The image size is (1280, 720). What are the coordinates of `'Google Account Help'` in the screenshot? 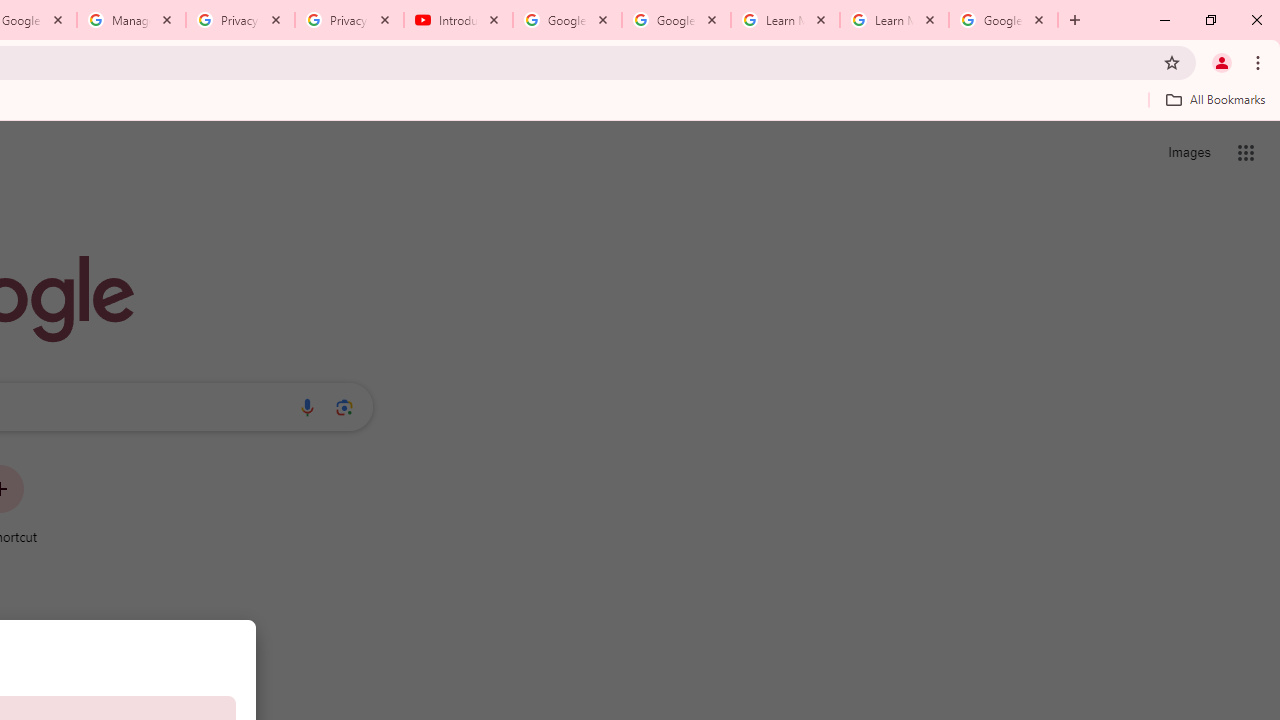 It's located at (676, 20).